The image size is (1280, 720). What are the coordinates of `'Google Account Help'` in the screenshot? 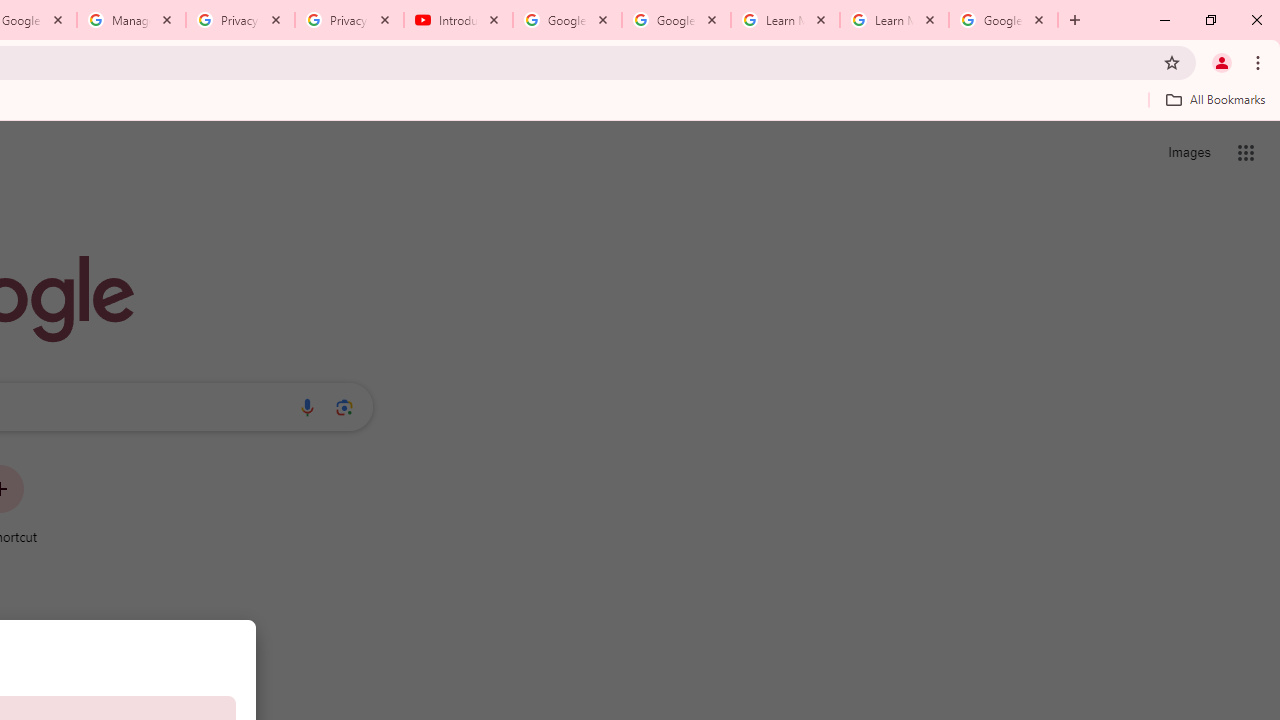 It's located at (676, 20).